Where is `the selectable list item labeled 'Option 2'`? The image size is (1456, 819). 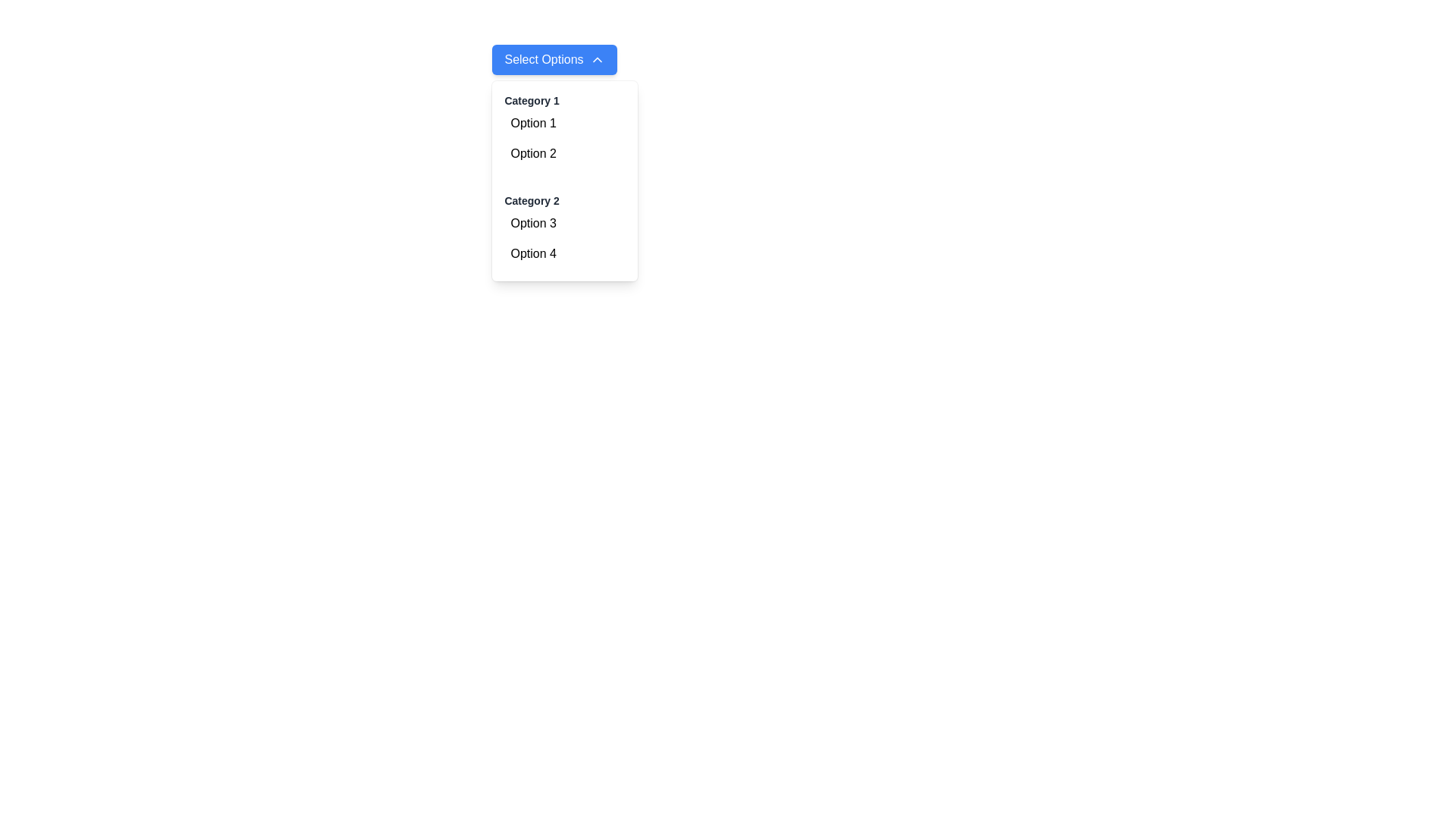 the selectable list item labeled 'Option 2' is located at coordinates (564, 154).